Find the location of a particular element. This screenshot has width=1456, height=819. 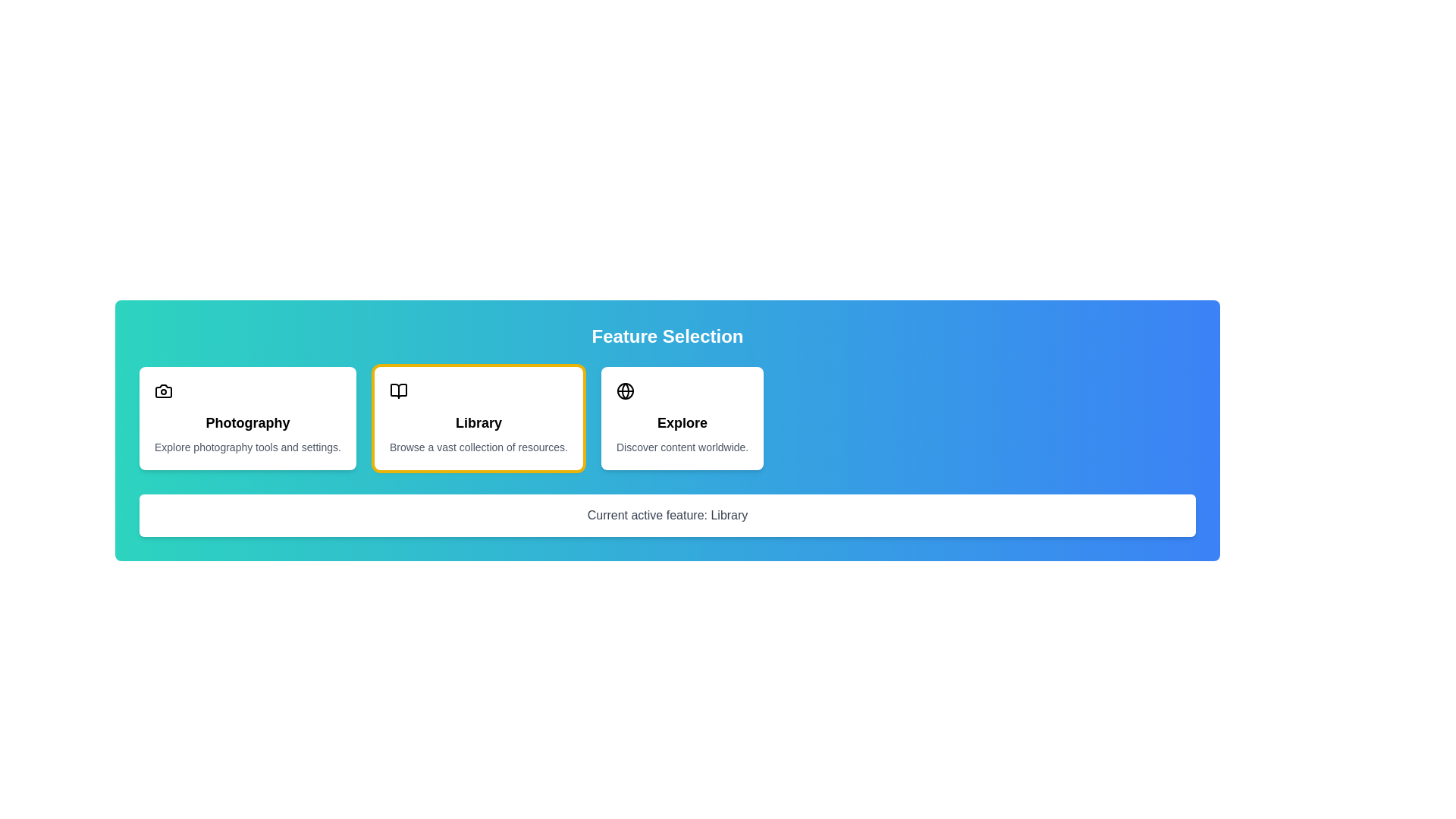

the globe icon in the top right corner of the 'Explore' card is located at coordinates (626, 391).